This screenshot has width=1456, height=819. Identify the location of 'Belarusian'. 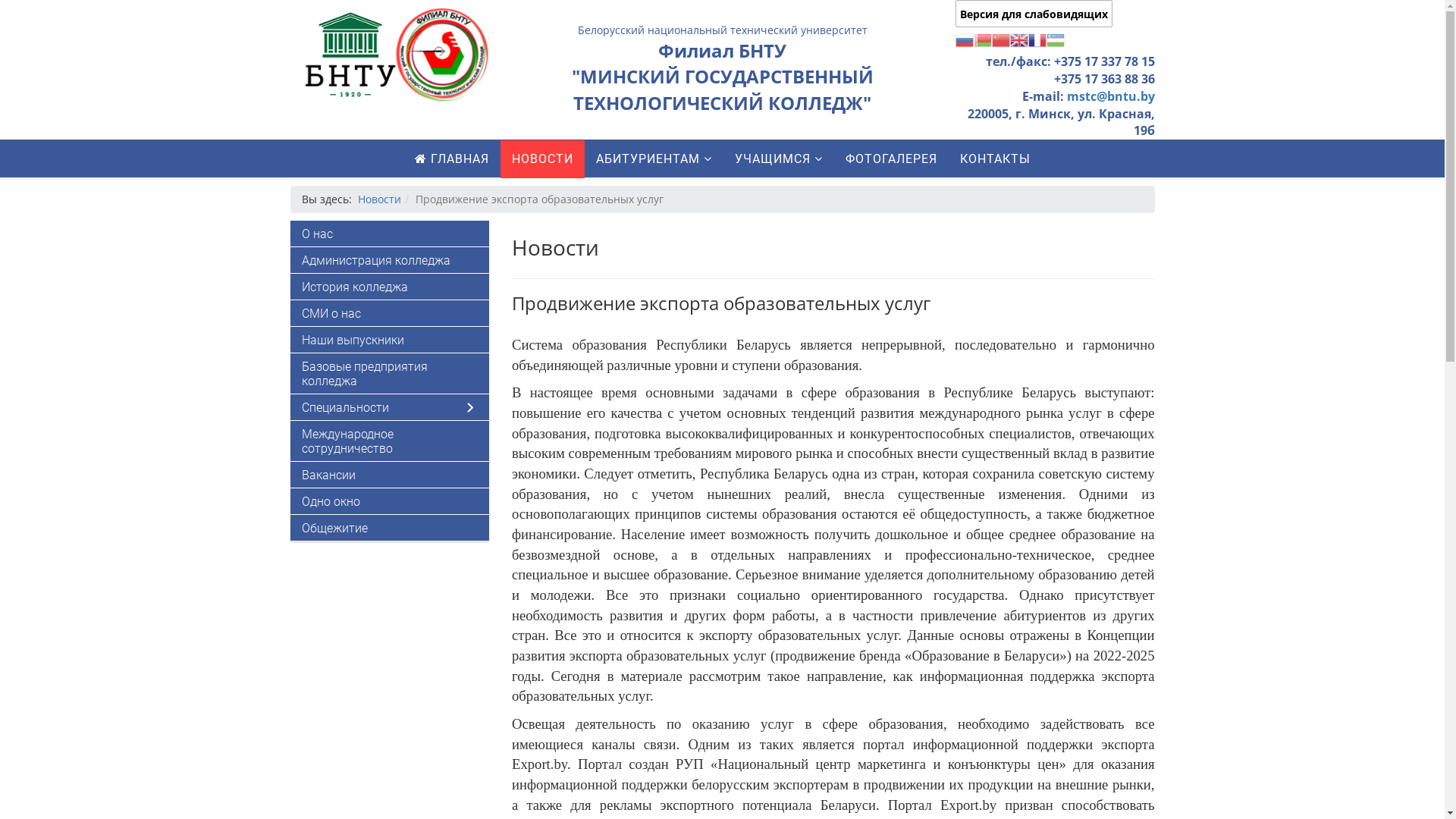
(983, 38).